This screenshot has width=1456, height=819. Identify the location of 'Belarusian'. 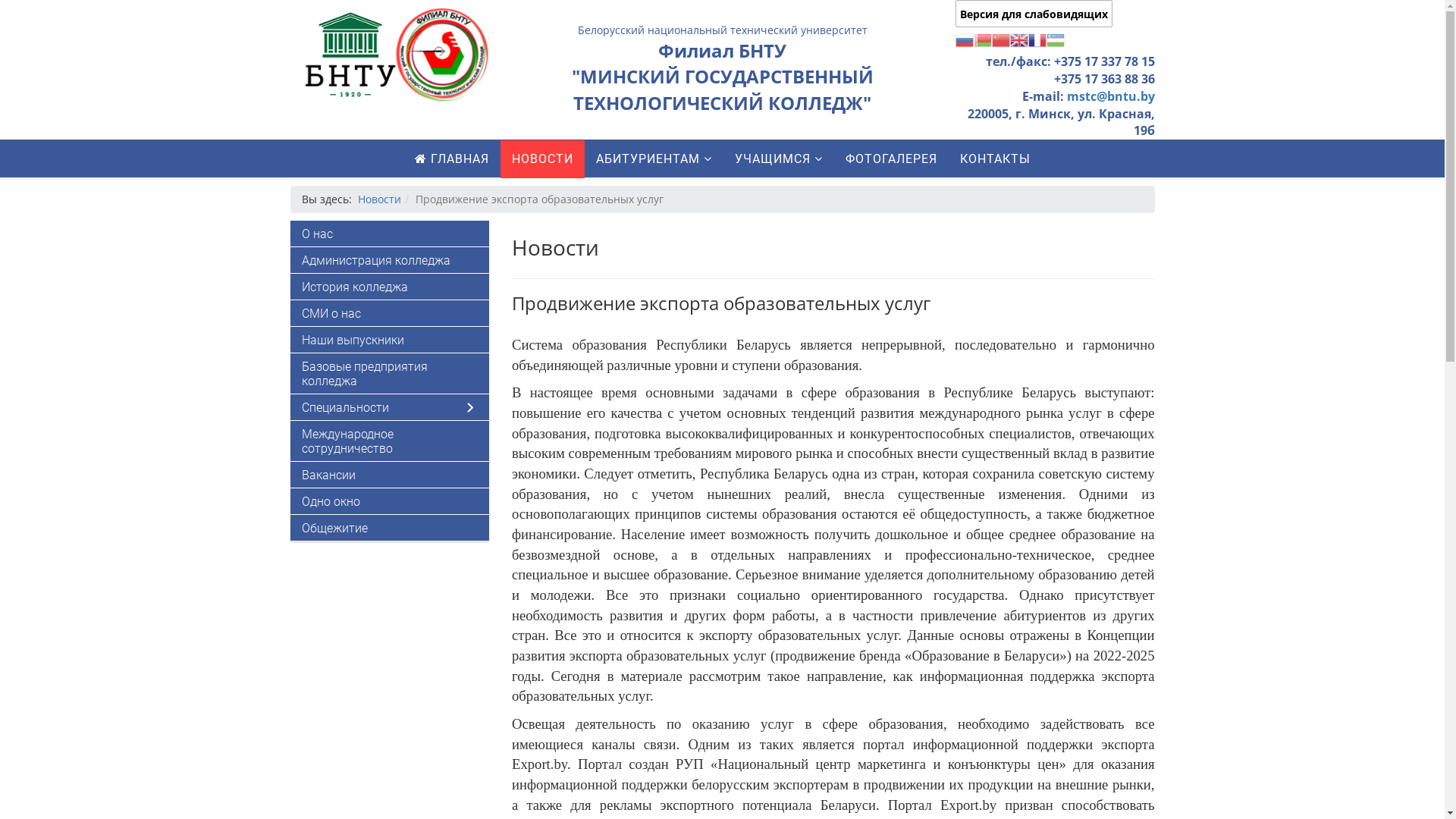
(983, 38).